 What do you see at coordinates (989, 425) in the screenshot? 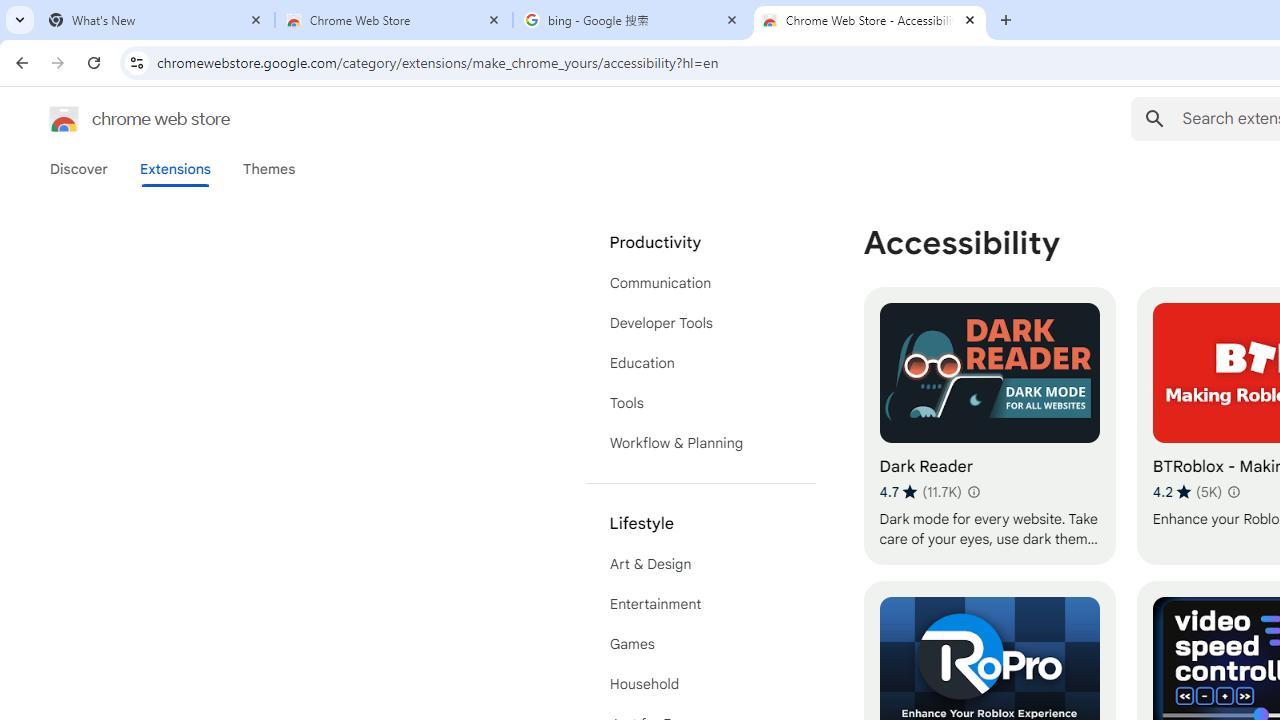
I see `'Dark Reader'` at bounding box center [989, 425].